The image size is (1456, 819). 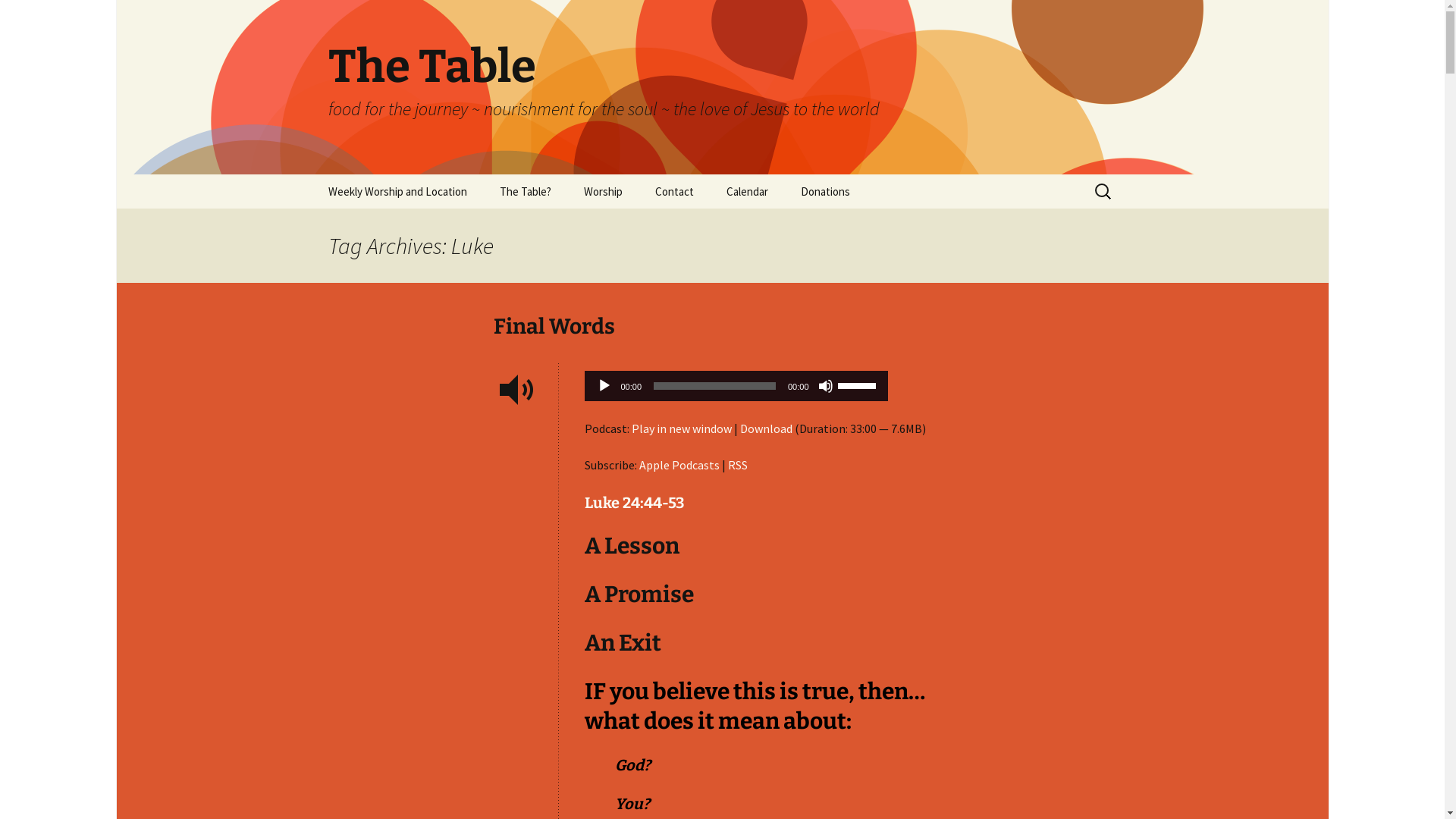 What do you see at coordinates (397, 190) in the screenshot?
I see `'Weekly Worship and Location'` at bounding box center [397, 190].